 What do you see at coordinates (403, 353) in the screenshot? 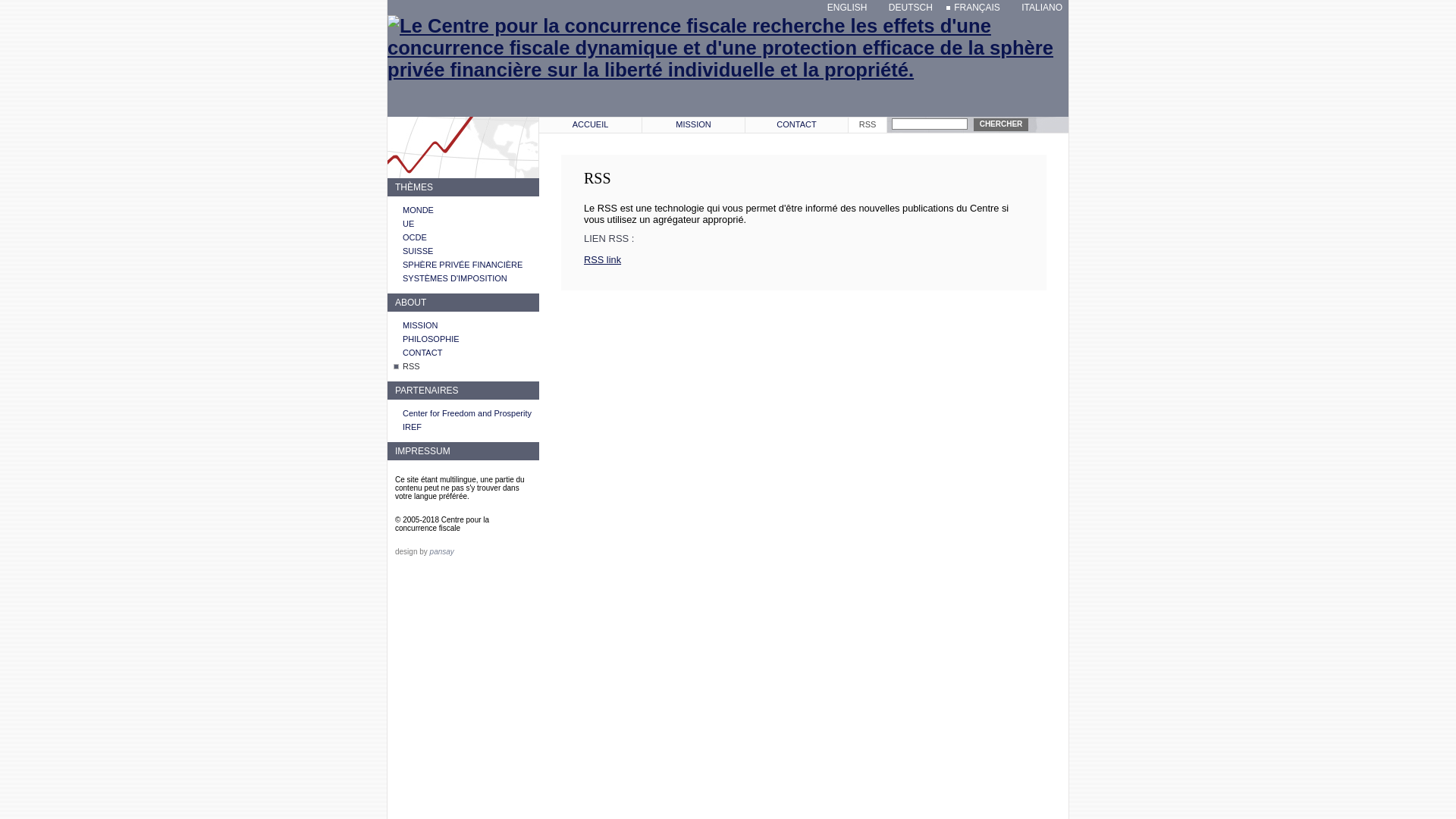
I see `'CONTACT'` at bounding box center [403, 353].